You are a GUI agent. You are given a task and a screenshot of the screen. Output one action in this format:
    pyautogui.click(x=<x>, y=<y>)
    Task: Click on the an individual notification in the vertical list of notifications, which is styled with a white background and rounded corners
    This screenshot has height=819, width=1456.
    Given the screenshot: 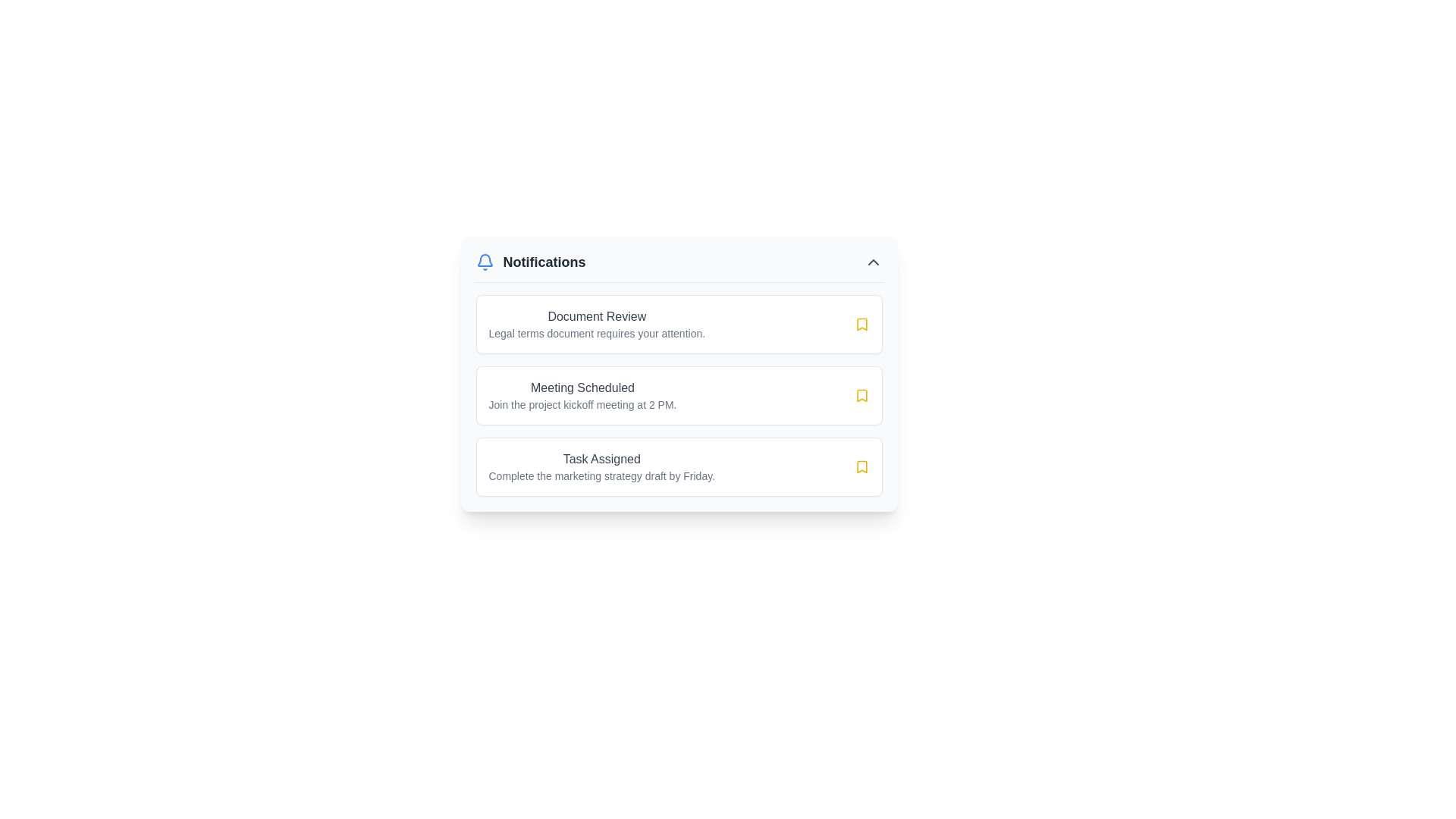 What is the action you would take?
    pyautogui.click(x=678, y=394)
    